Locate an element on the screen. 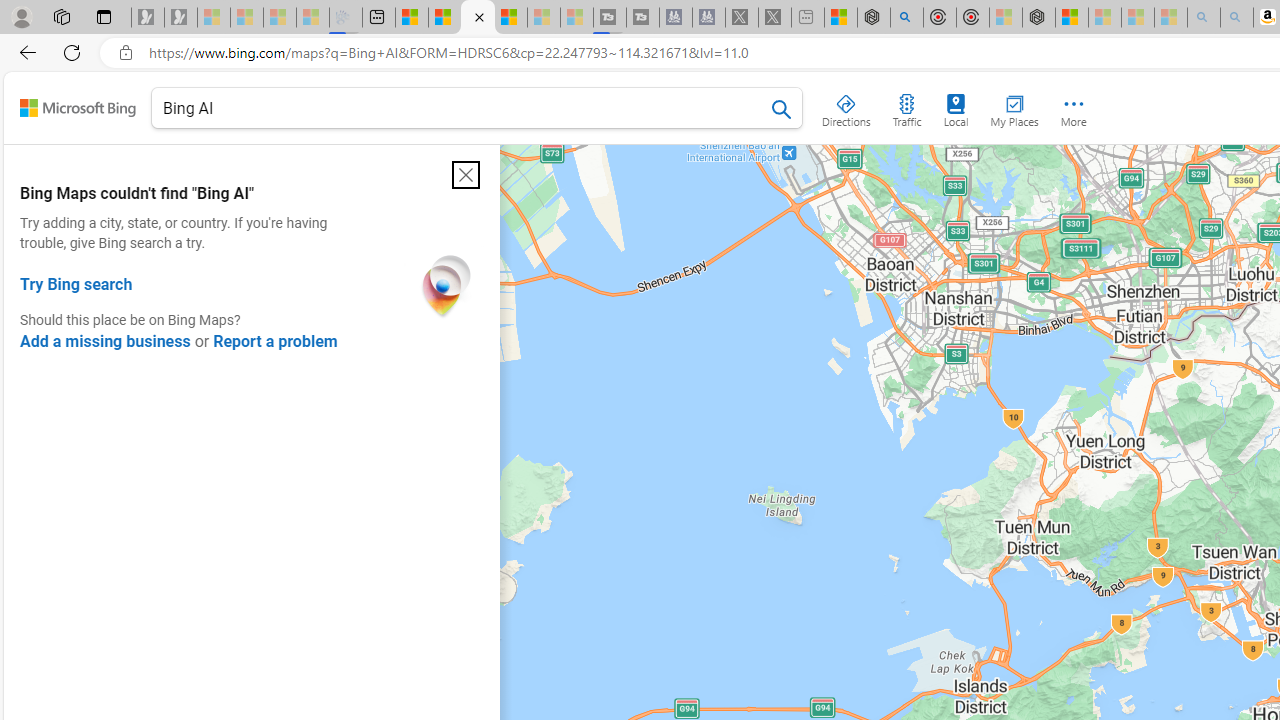 This screenshot has width=1280, height=720. 'Microsoft Start - Sleeping' is located at coordinates (544, 17).